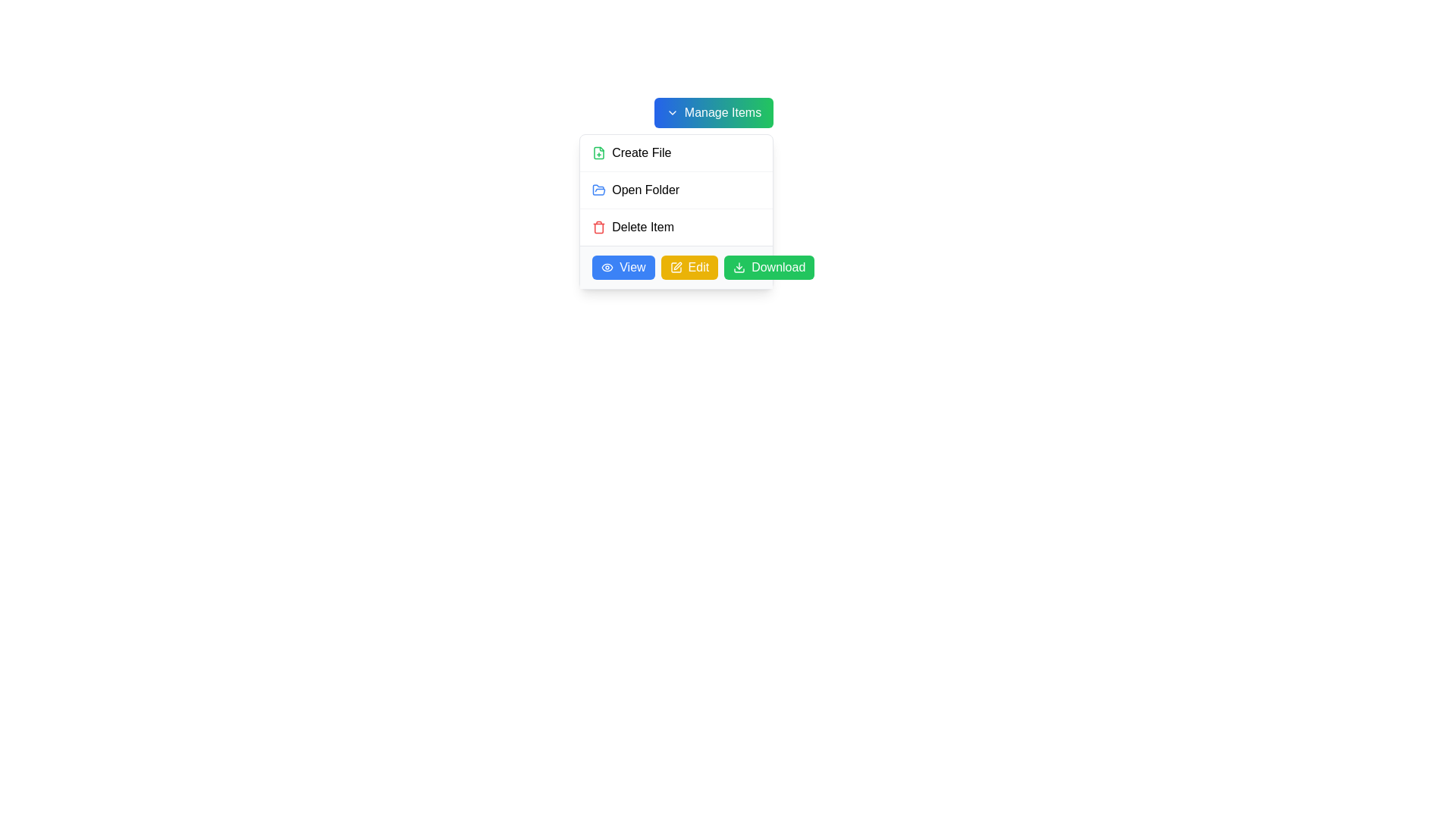 The width and height of the screenshot is (1456, 819). Describe the element at coordinates (676, 212) in the screenshot. I see `the 'Delete Item' menu item, which is the third option in the dropdown menu under the 'Manage Items' button, featuring a red trash can icon` at that location.